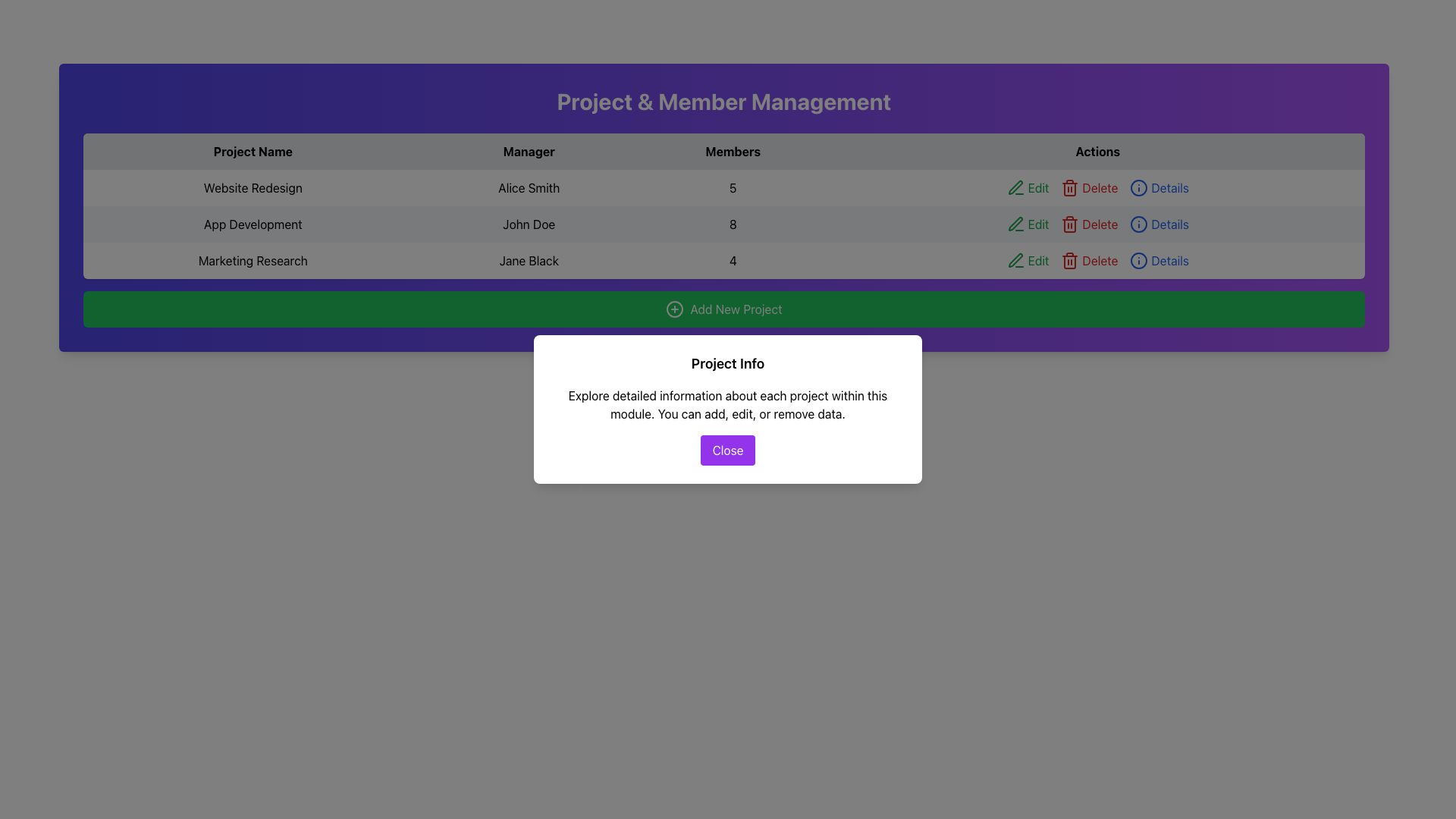  Describe the element at coordinates (1139, 187) in the screenshot. I see `the SVG-based information icon with a circle outline and 'i' symbol, located next to the 'Details' label in the third row of the 'Actions' column` at that location.